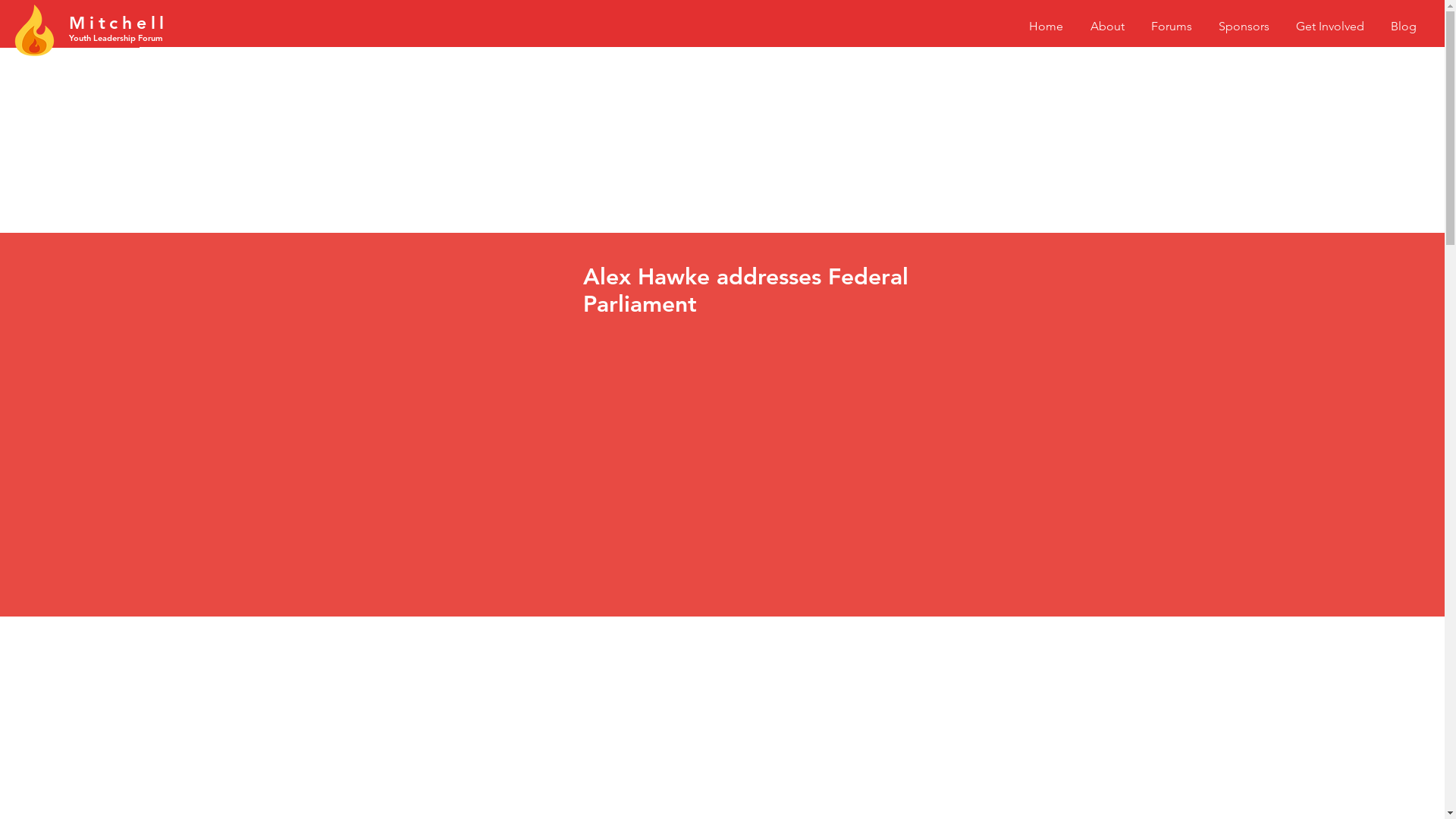  I want to click on 'Home', so click(1045, 26).